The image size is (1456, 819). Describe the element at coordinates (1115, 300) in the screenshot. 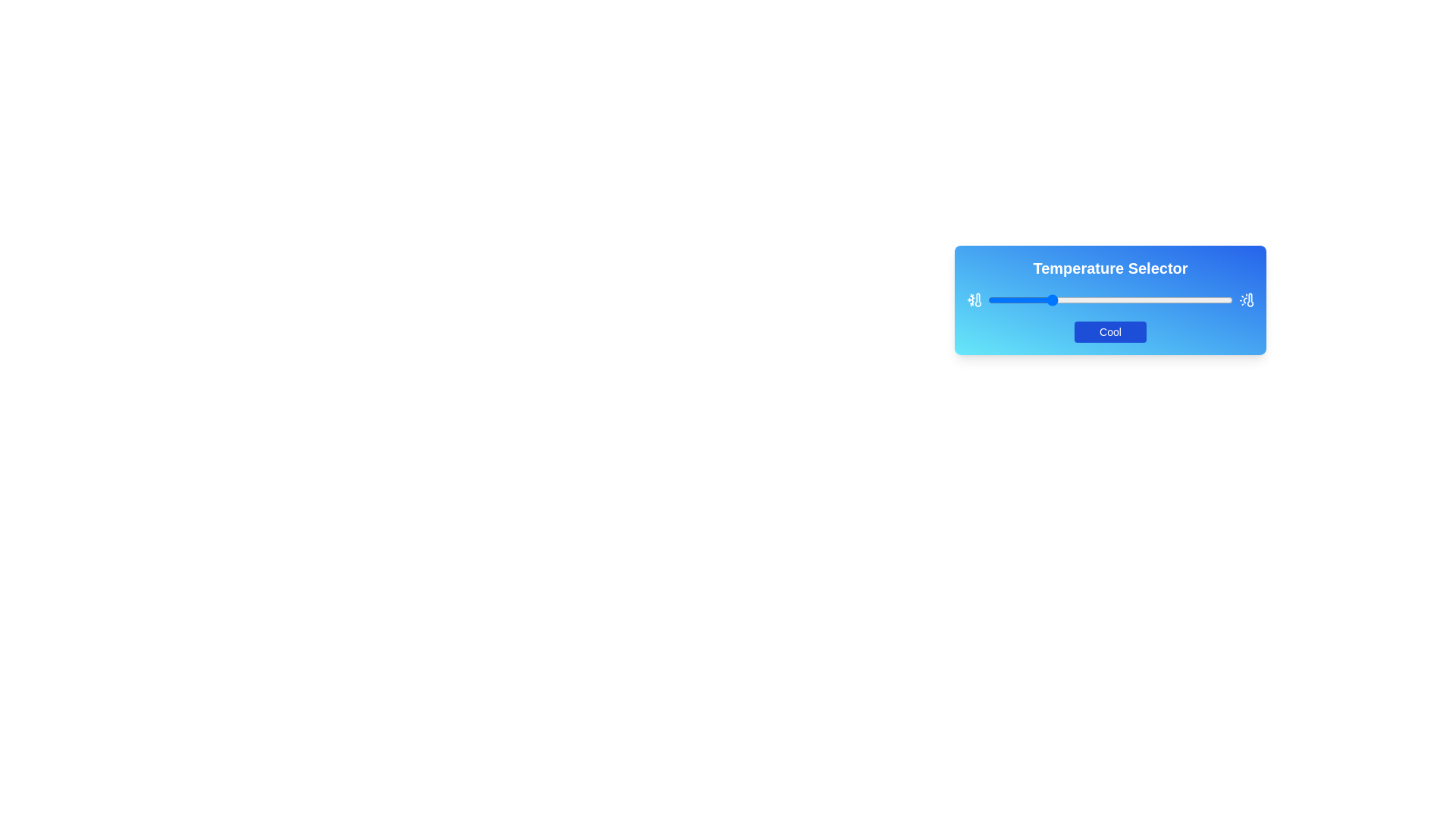

I see `the slider to set the temperature to 52` at that location.